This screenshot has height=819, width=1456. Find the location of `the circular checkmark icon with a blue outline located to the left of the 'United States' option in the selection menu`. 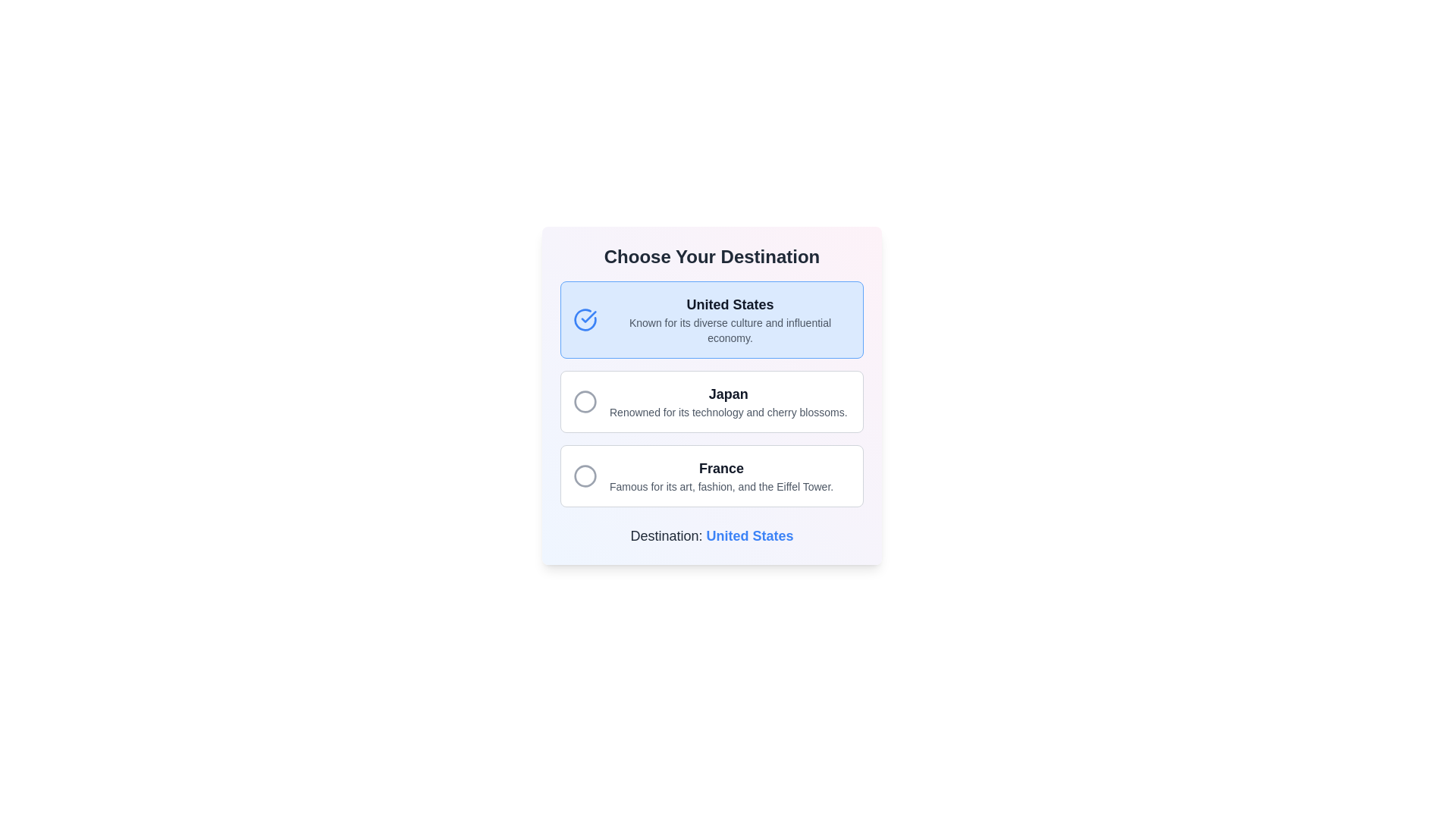

the circular checkmark icon with a blue outline located to the left of the 'United States' option in the selection menu is located at coordinates (590, 318).